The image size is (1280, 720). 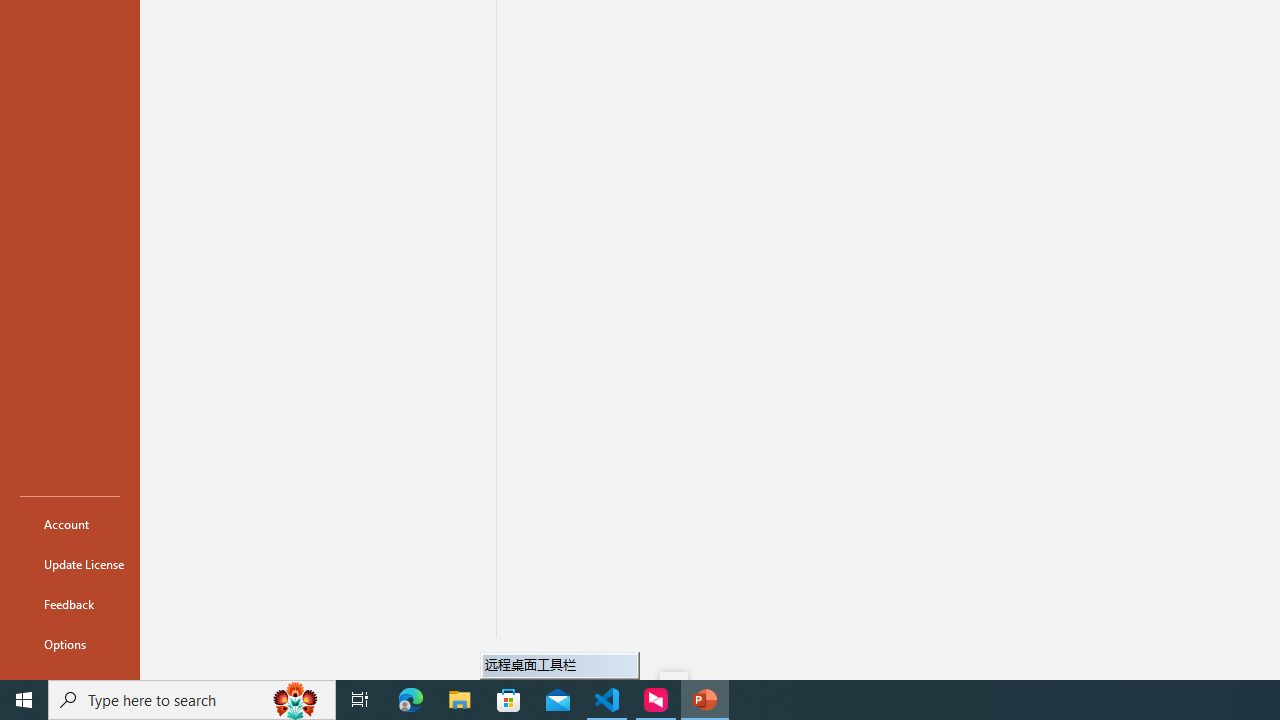 I want to click on 'Feedback', so click(x=69, y=603).